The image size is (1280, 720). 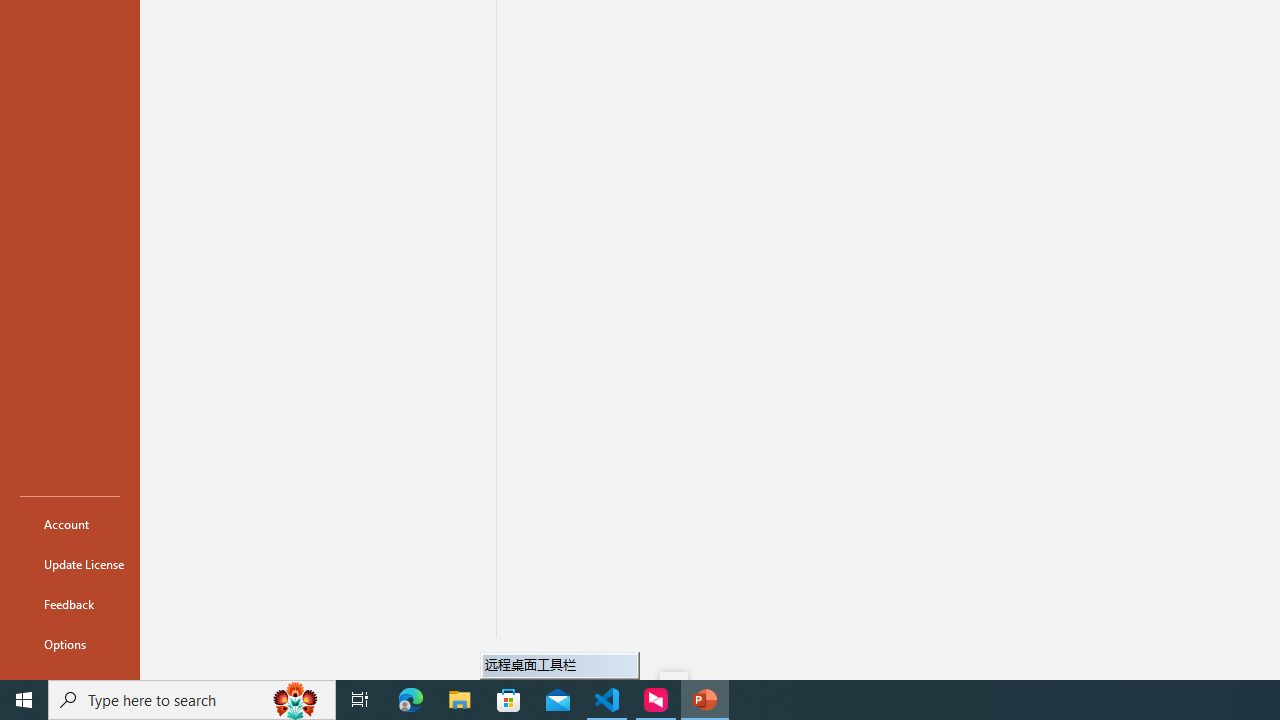 I want to click on 'Feedback', so click(x=69, y=603).